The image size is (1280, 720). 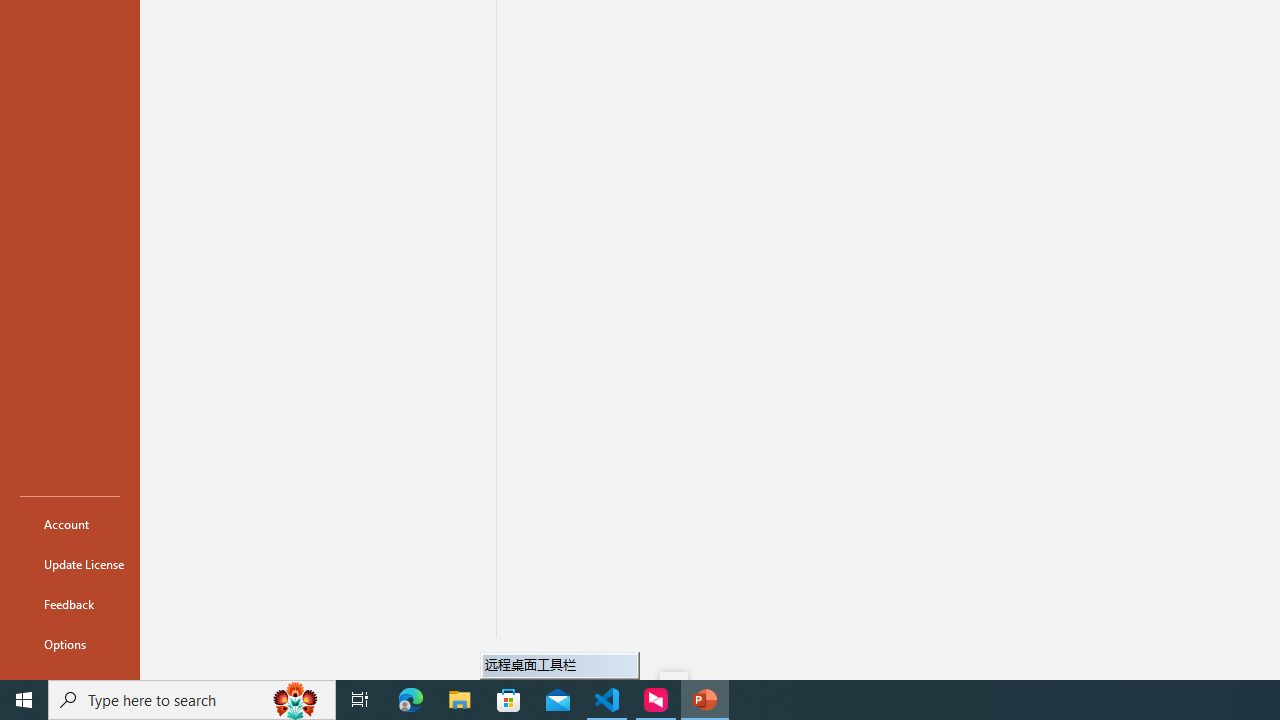 I want to click on 'Feedback', so click(x=69, y=603).